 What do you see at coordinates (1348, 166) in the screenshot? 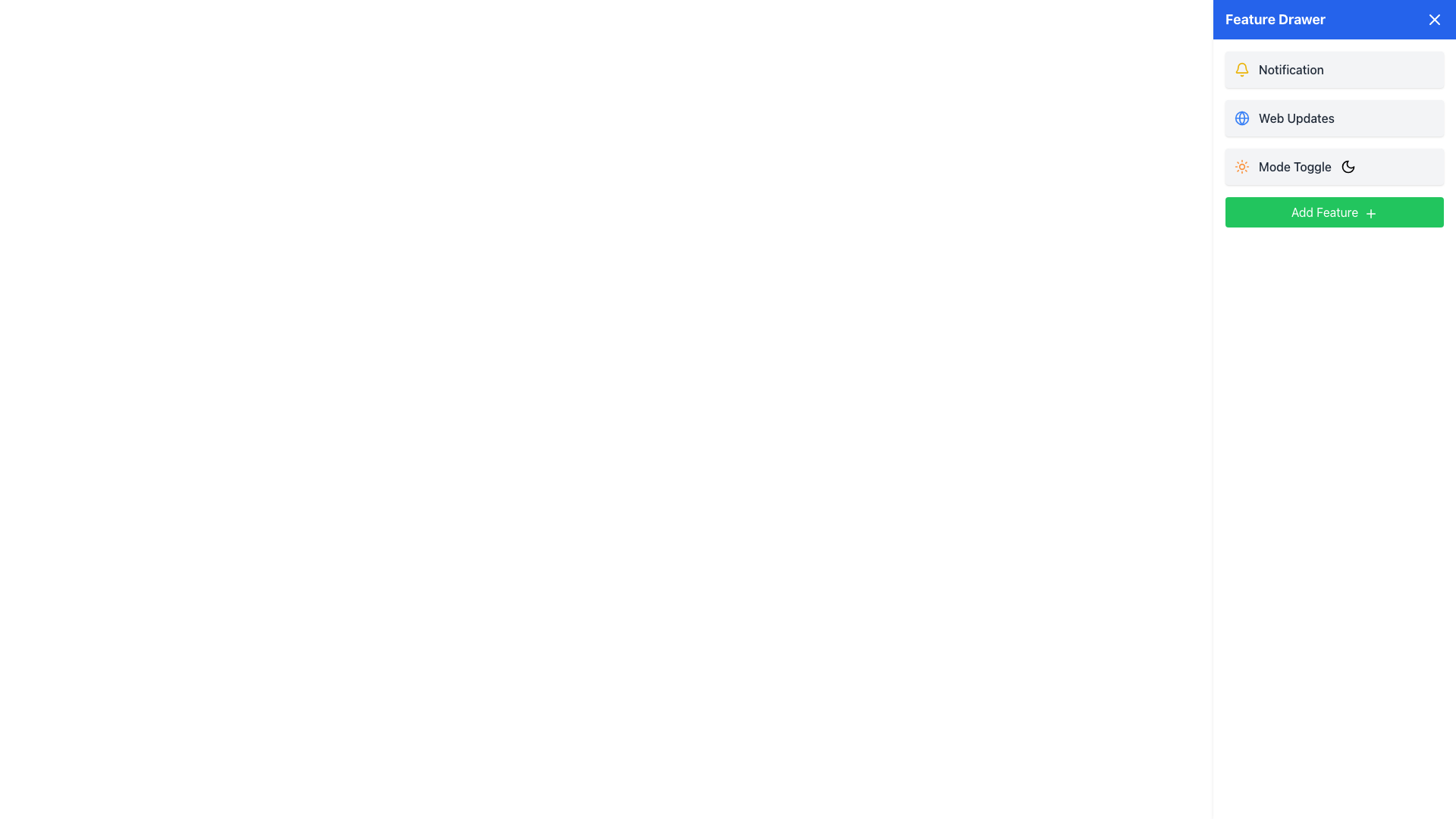
I see `the mode toggle icon located in the top-right area of the application interface, which visually indicates a mode such as dark mode` at bounding box center [1348, 166].